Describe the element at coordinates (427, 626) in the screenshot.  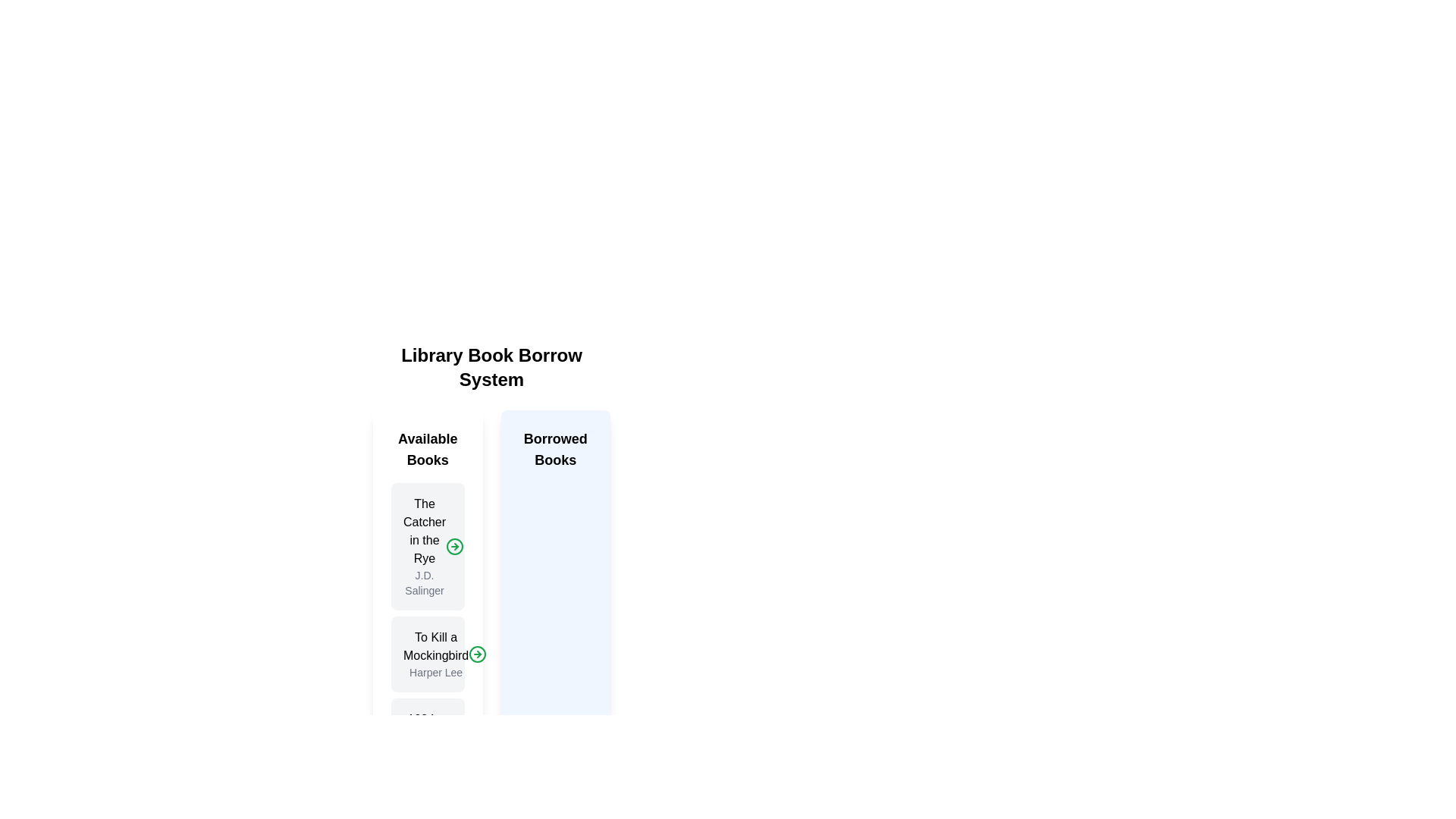
I see `the second Book Information Card in the 'Available Books' list` at that location.